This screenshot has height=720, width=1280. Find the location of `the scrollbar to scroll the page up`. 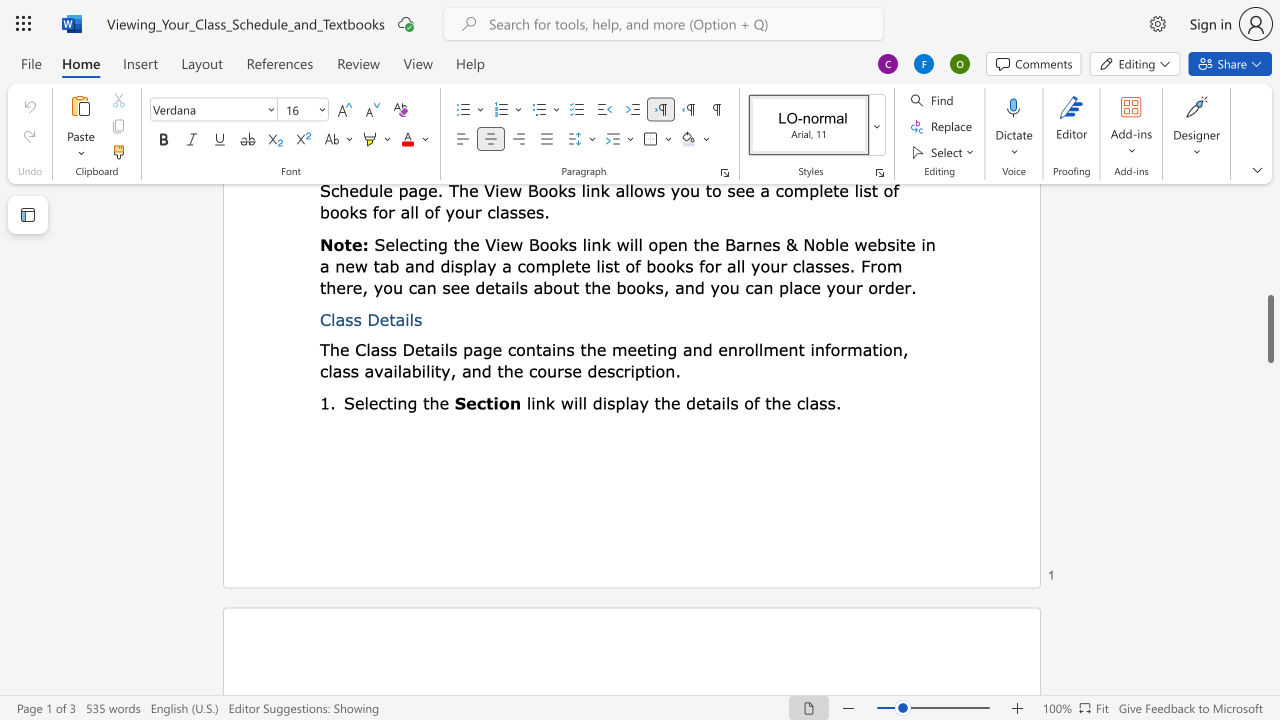

the scrollbar to scroll the page up is located at coordinates (1269, 290).